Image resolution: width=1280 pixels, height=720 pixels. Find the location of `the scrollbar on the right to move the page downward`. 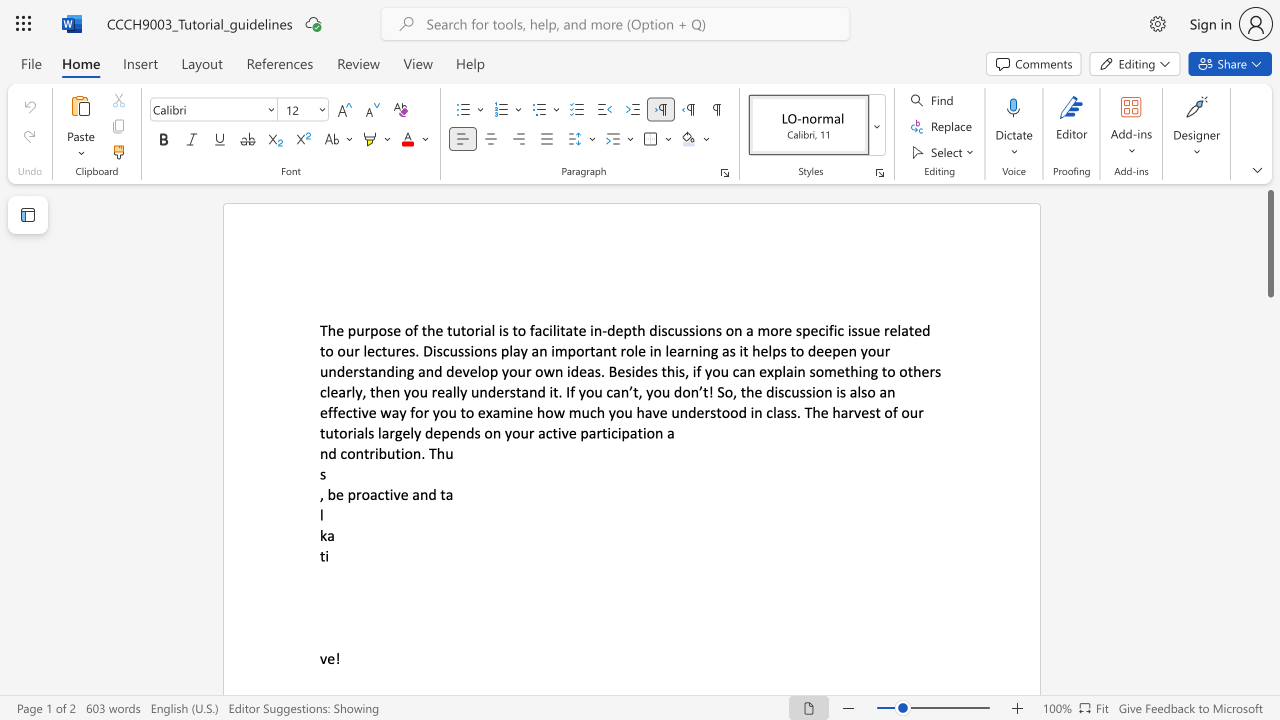

the scrollbar on the right to move the page downward is located at coordinates (1269, 518).